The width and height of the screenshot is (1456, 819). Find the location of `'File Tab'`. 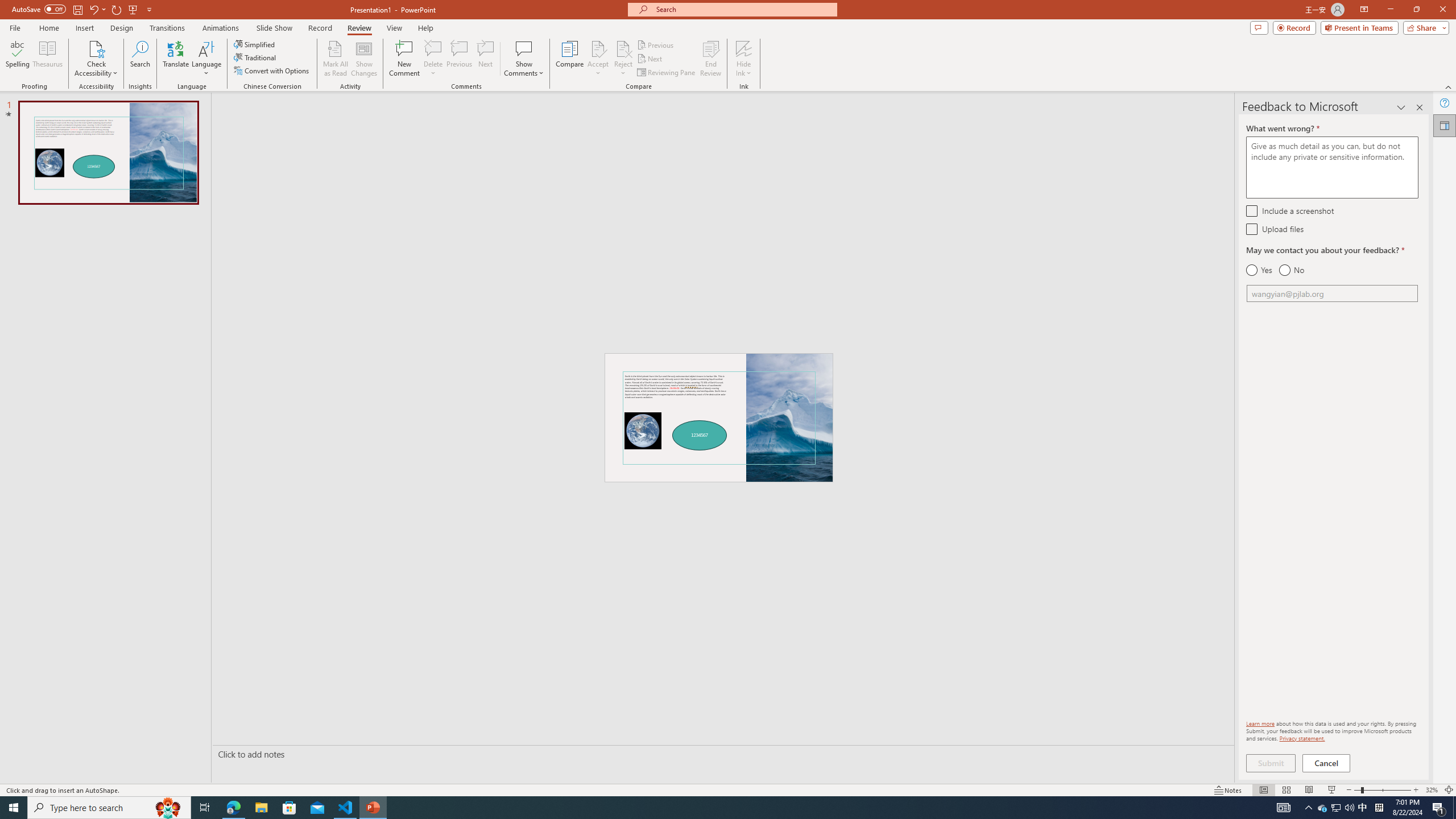

'File Tab' is located at coordinates (14, 27).